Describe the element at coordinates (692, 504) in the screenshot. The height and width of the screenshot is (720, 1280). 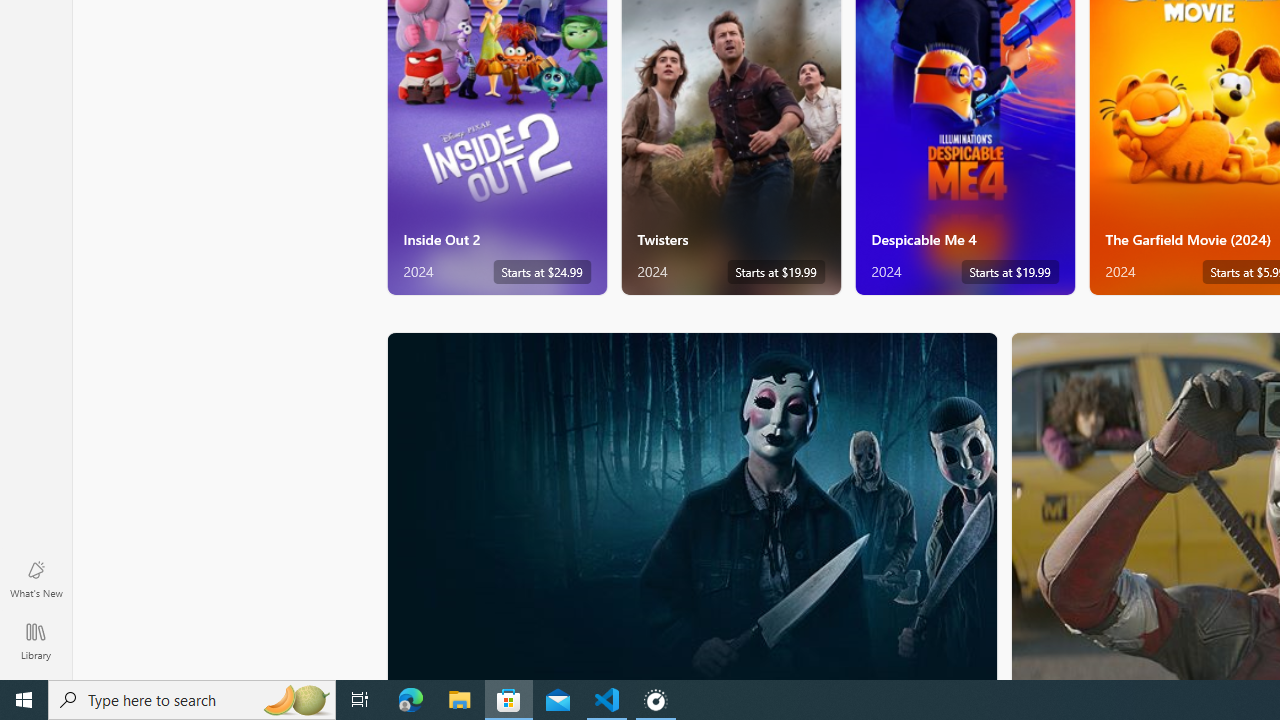
I see `'Horror'` at that location.